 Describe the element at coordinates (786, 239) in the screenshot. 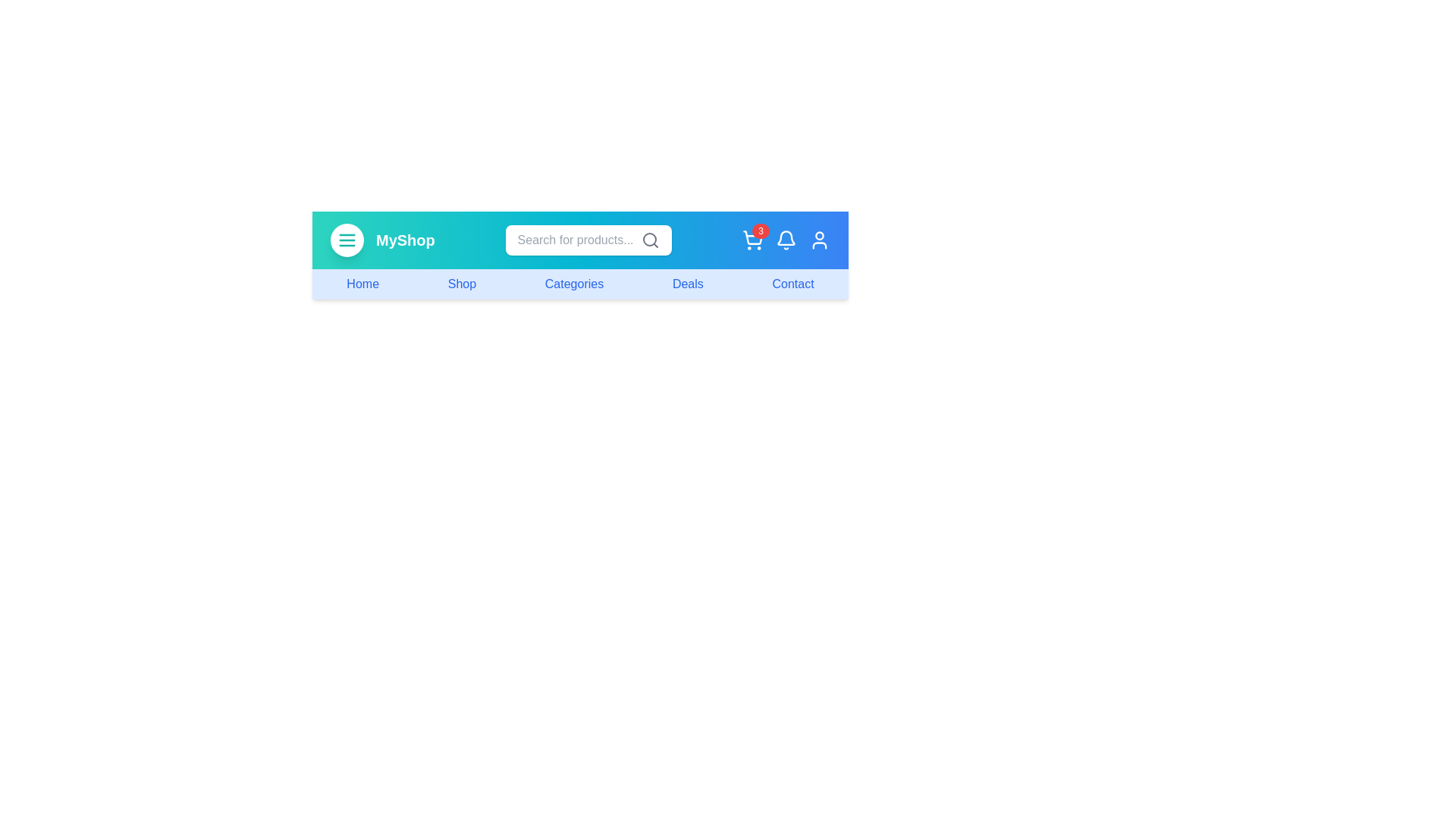

I see `the notification bell icon to view notifications` at that location.